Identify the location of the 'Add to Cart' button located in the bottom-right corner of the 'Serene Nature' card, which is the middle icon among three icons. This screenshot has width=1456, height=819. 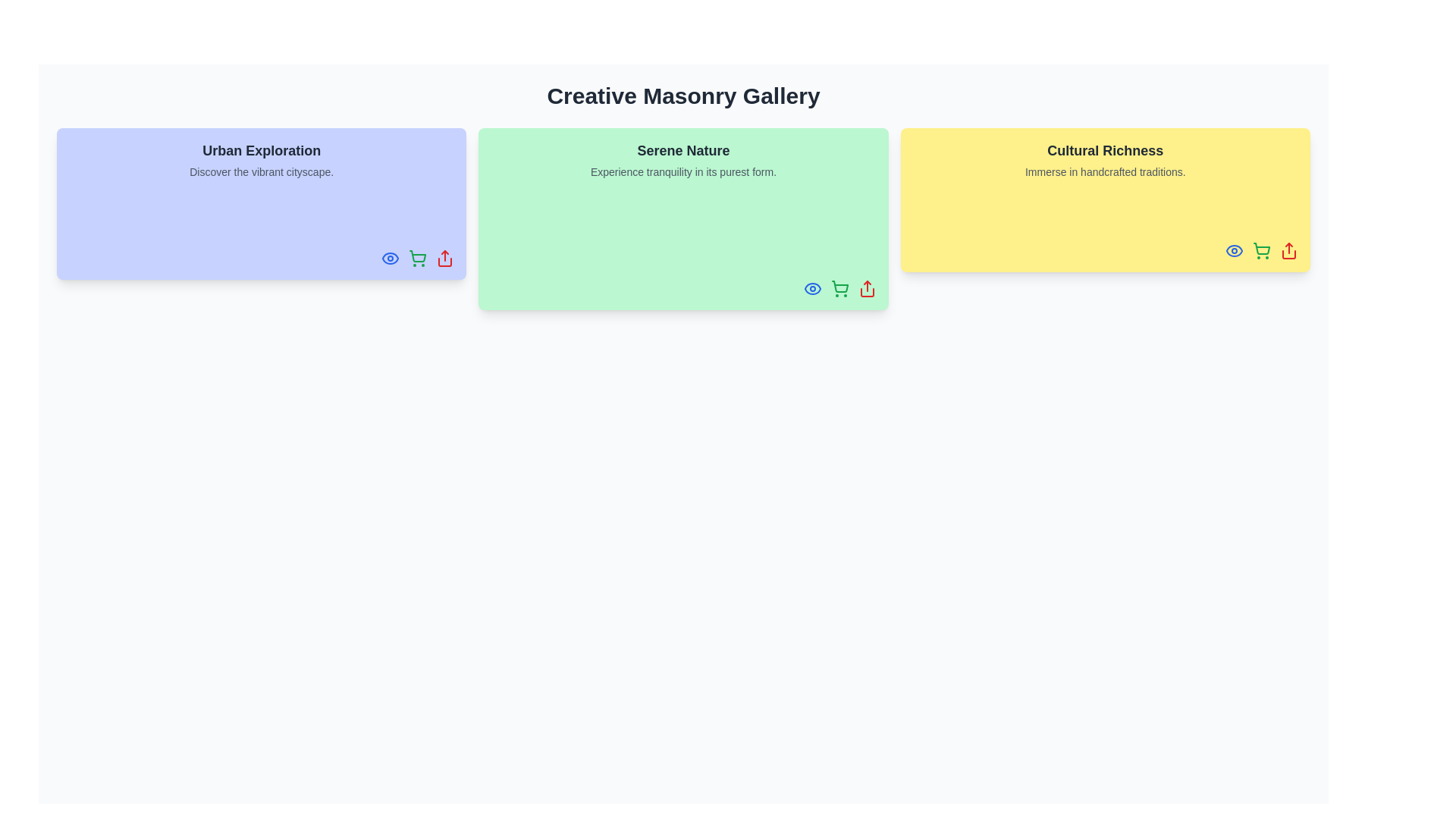
(839, 289).